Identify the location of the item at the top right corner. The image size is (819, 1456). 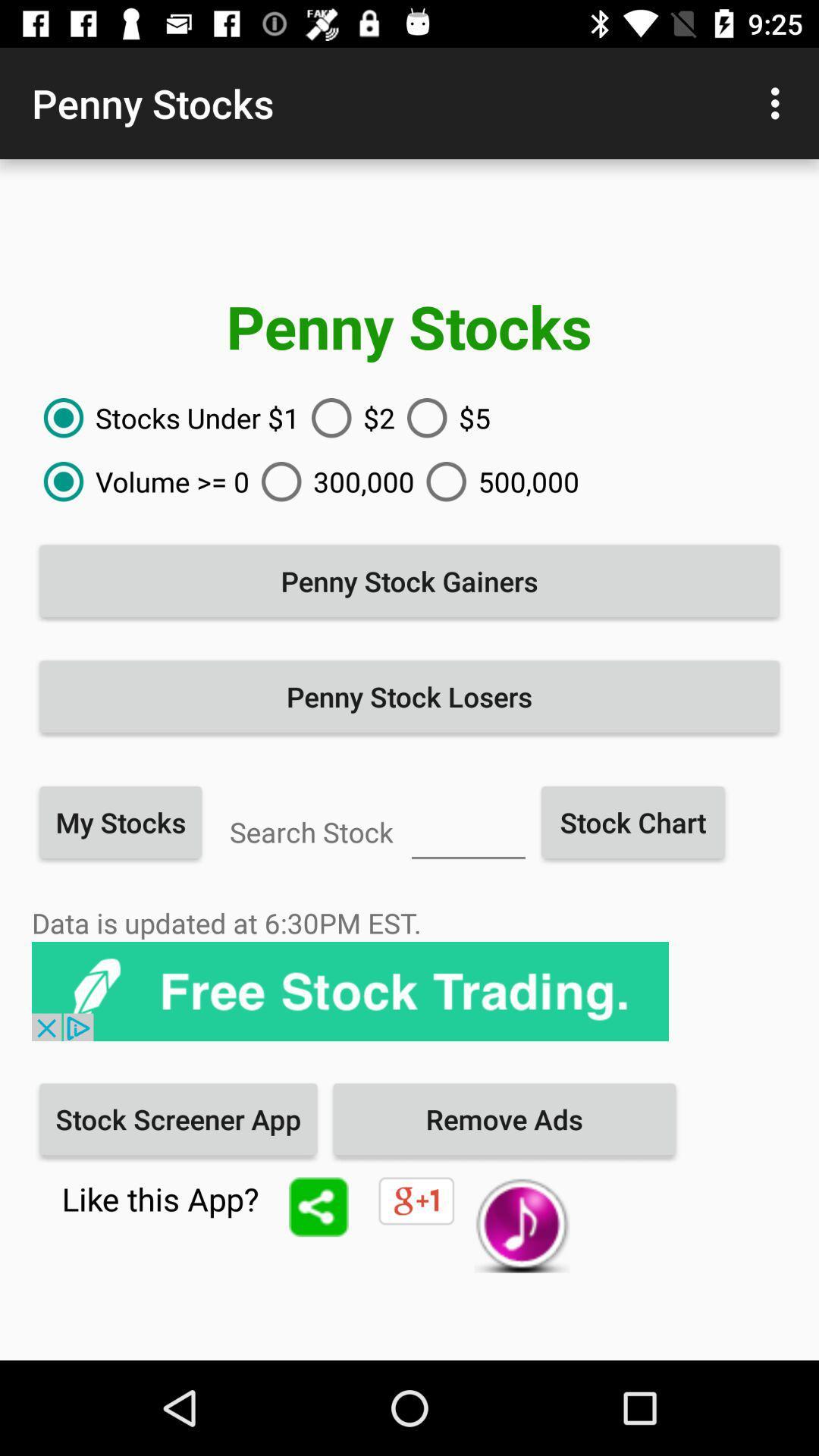
(779, 102).